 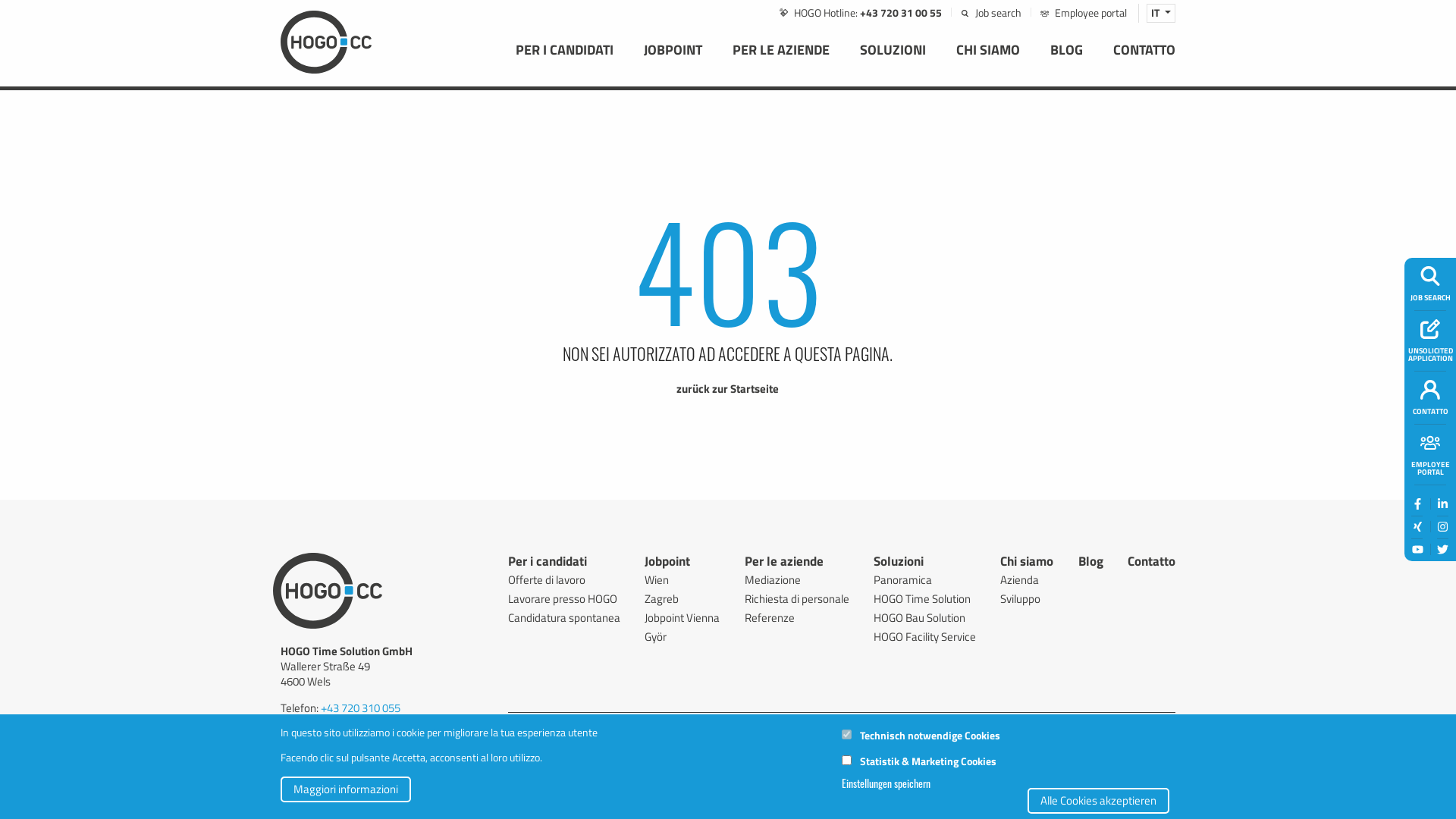 I want to click on 'office@hogo.cc', so click(x=353, y=737).